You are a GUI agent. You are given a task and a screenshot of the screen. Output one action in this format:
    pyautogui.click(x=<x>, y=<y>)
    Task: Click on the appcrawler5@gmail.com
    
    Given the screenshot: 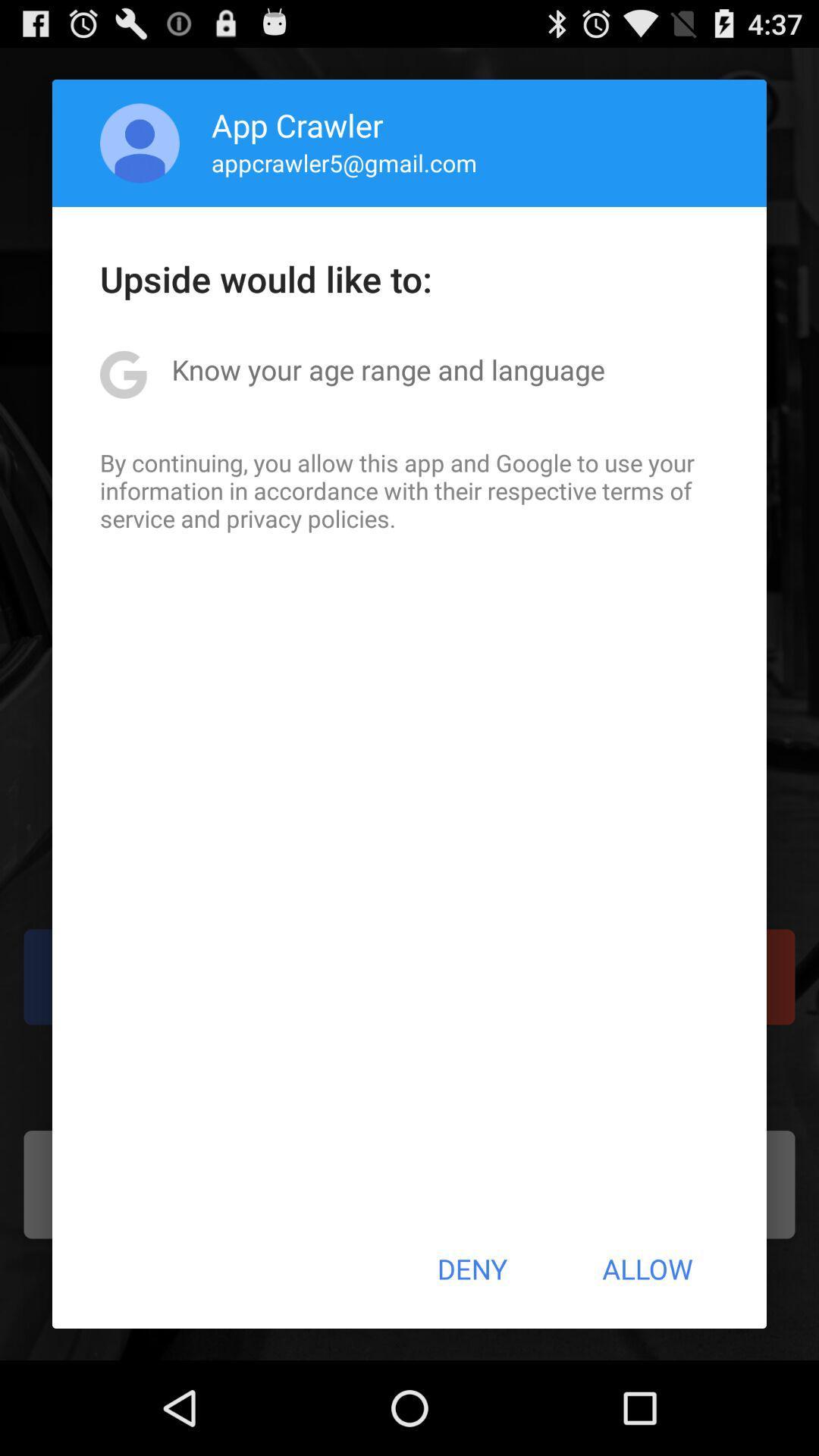 What is the action you would take?
    pyautogui.click(x=344, y=162)
    